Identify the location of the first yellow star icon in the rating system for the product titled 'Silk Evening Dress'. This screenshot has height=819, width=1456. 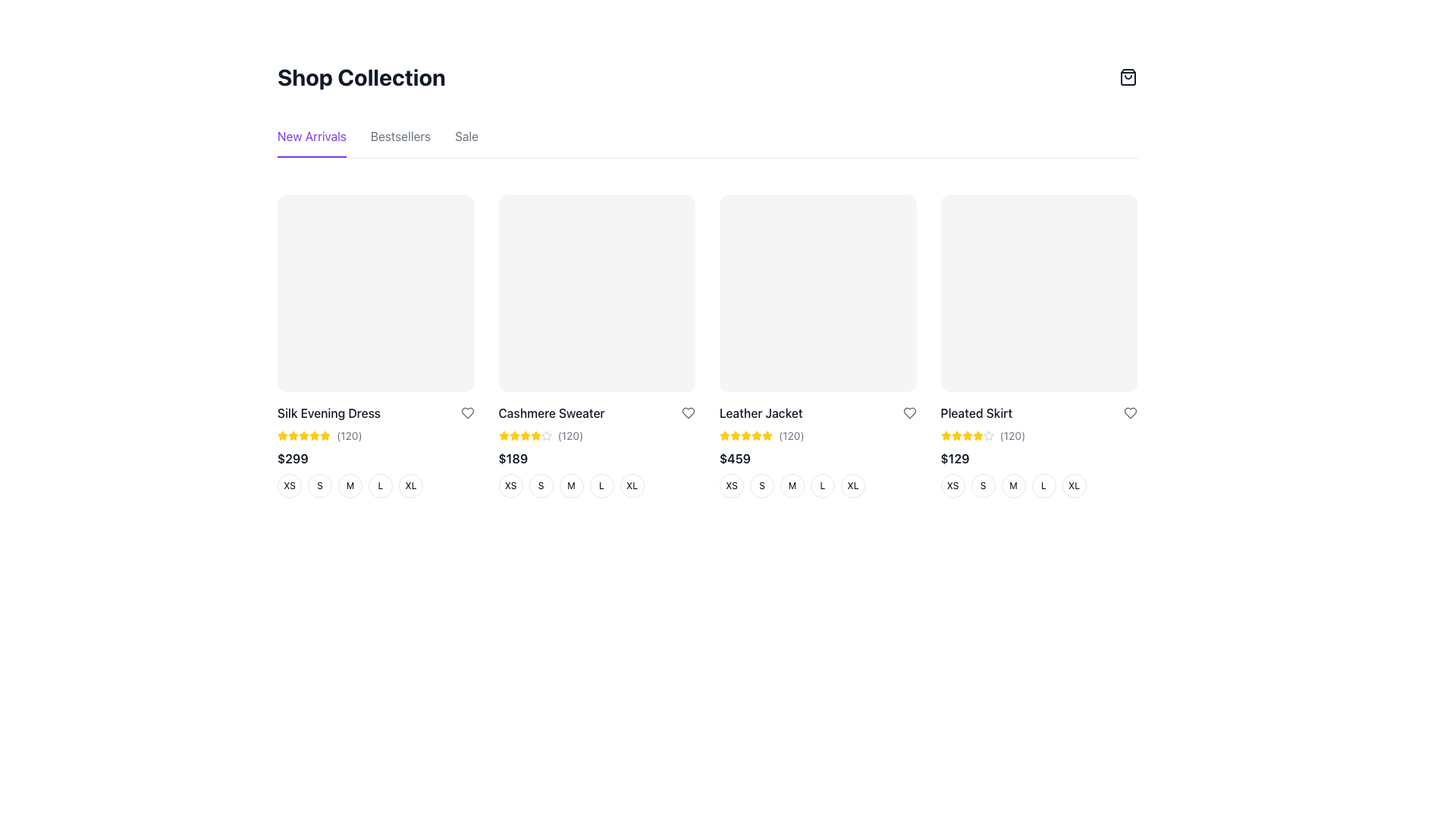
(283, 435).